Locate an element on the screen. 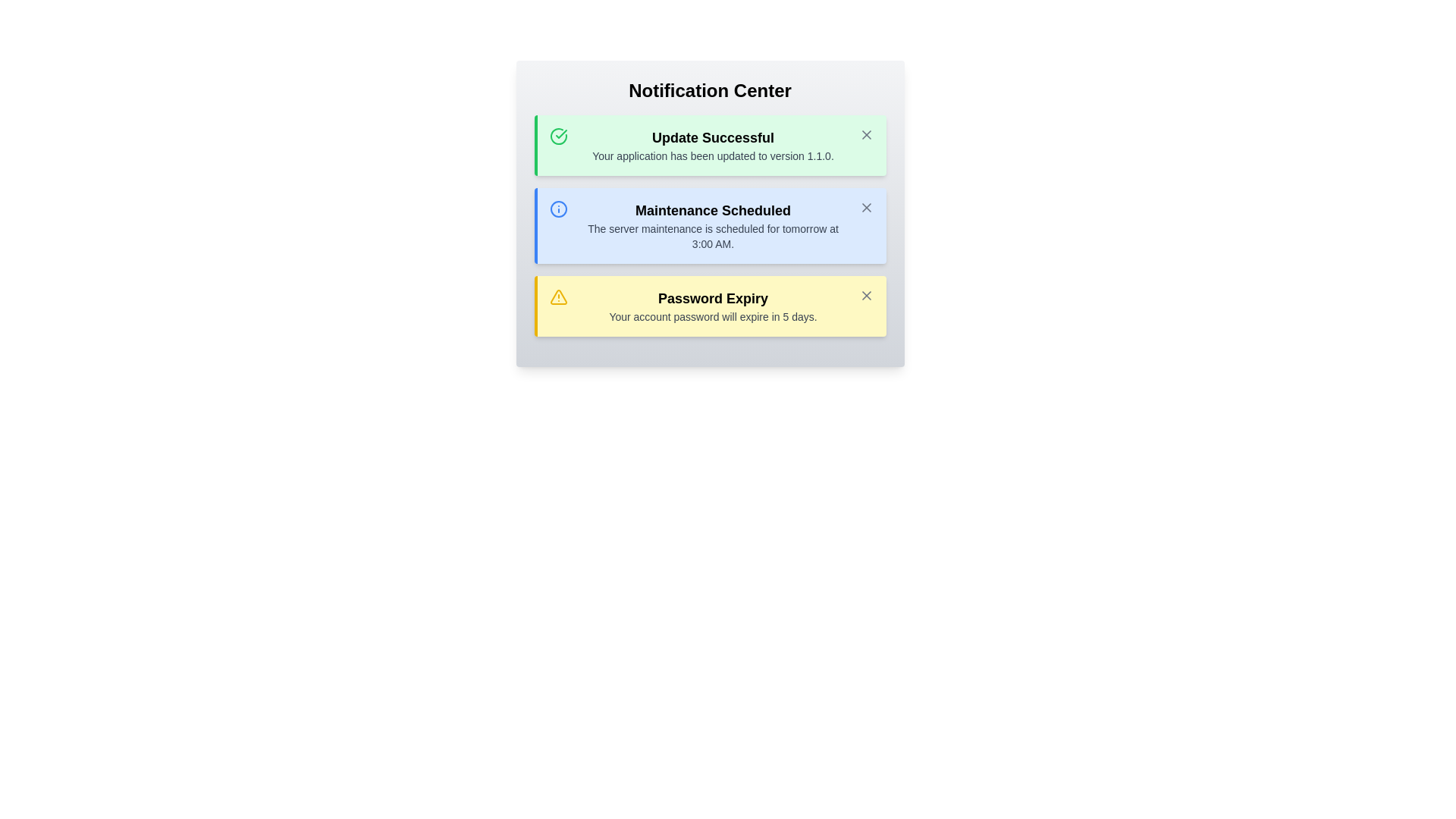 The image size is (1456, 819). text content located below the bold text 'Maintenance Scheduled' inside the blue card, which is the second notification in the Notification Center is located at coordinates (712, 237).